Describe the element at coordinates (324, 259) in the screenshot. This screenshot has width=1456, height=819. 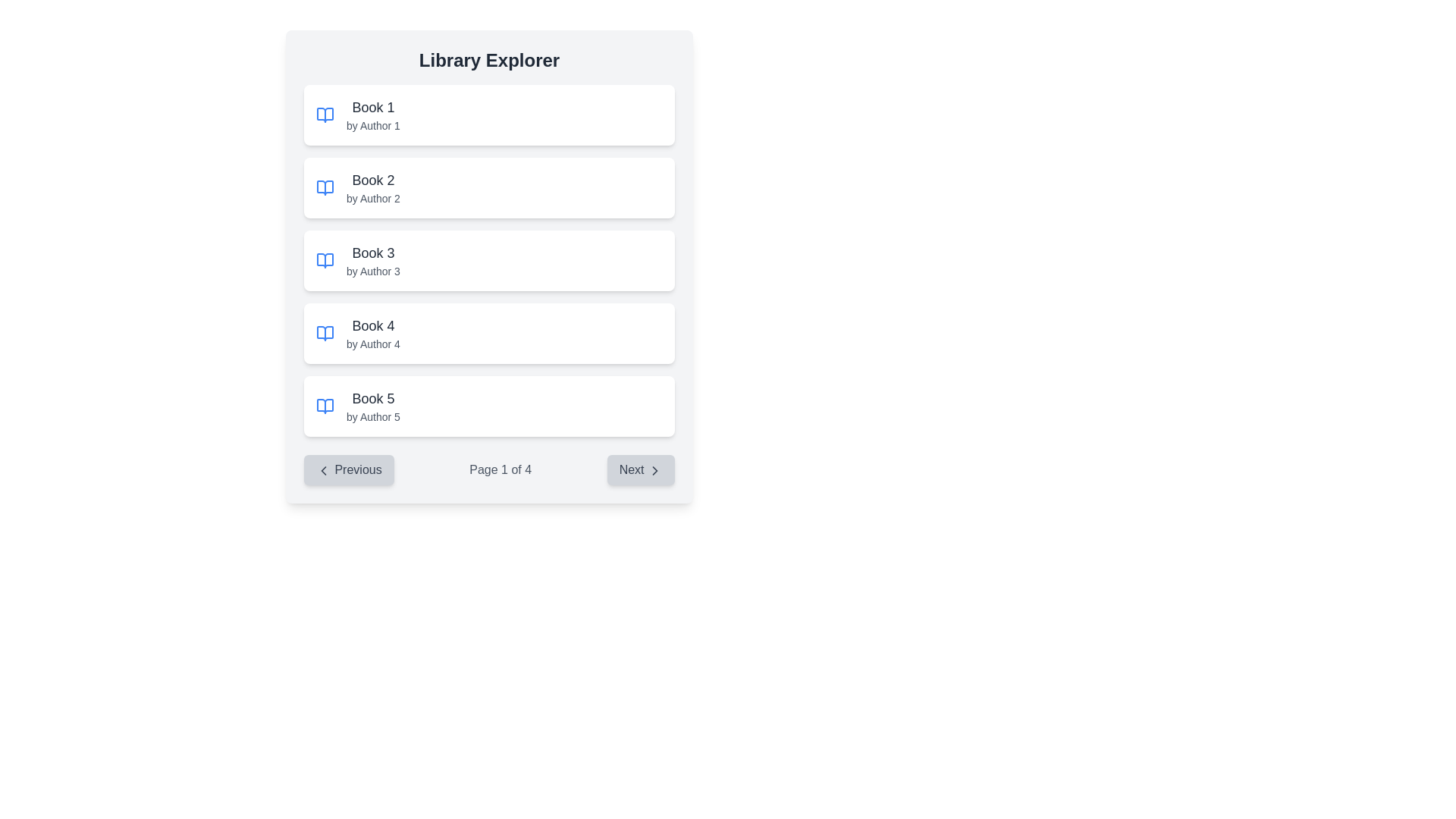
I see `the blue book icon representing 'Book 3'` at that location.